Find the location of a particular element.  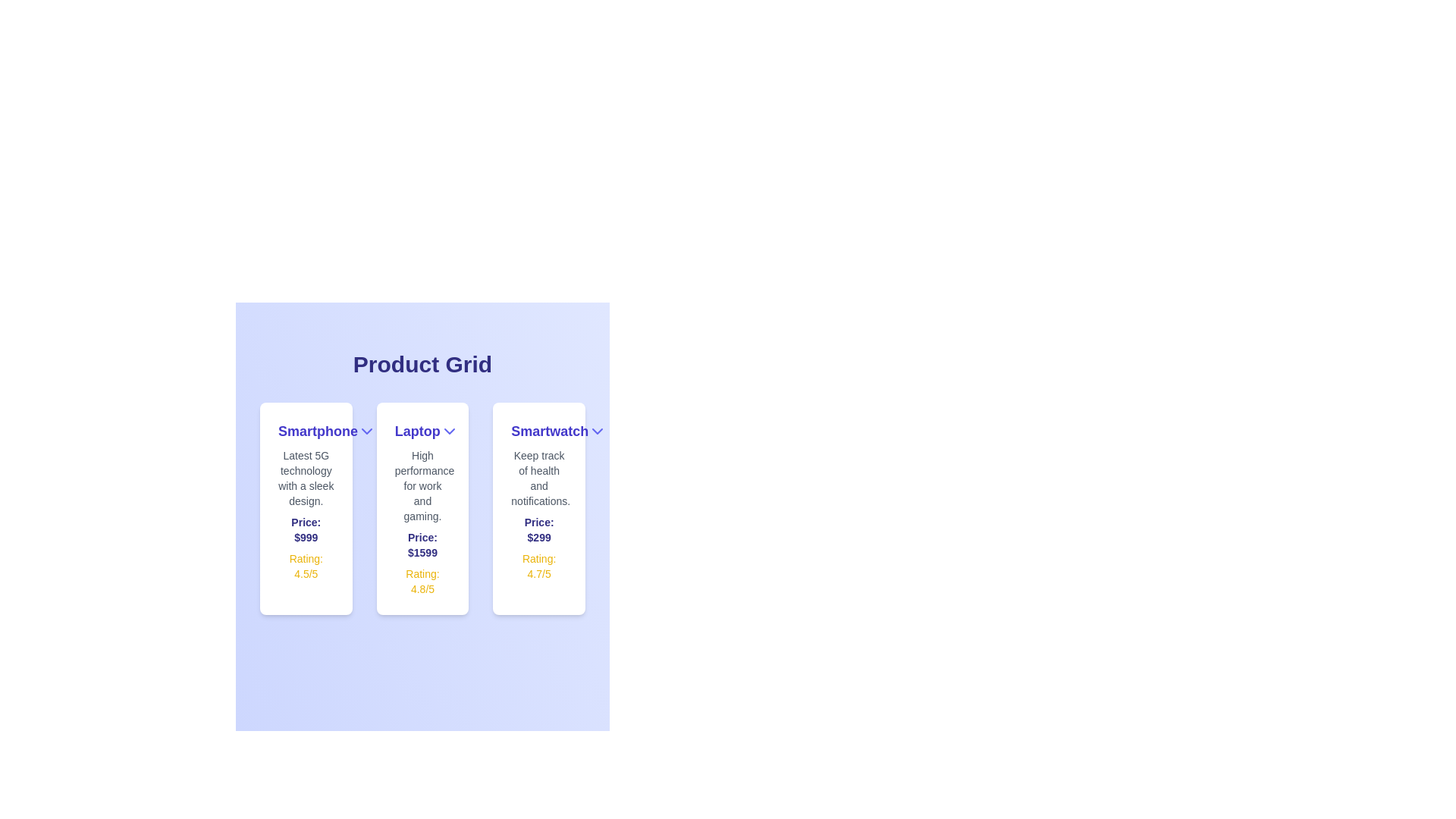

the Dropdown toggle icon located to the right of the 'Smartphone' label in the first card of the product grid is located at coordinates (367, 431).